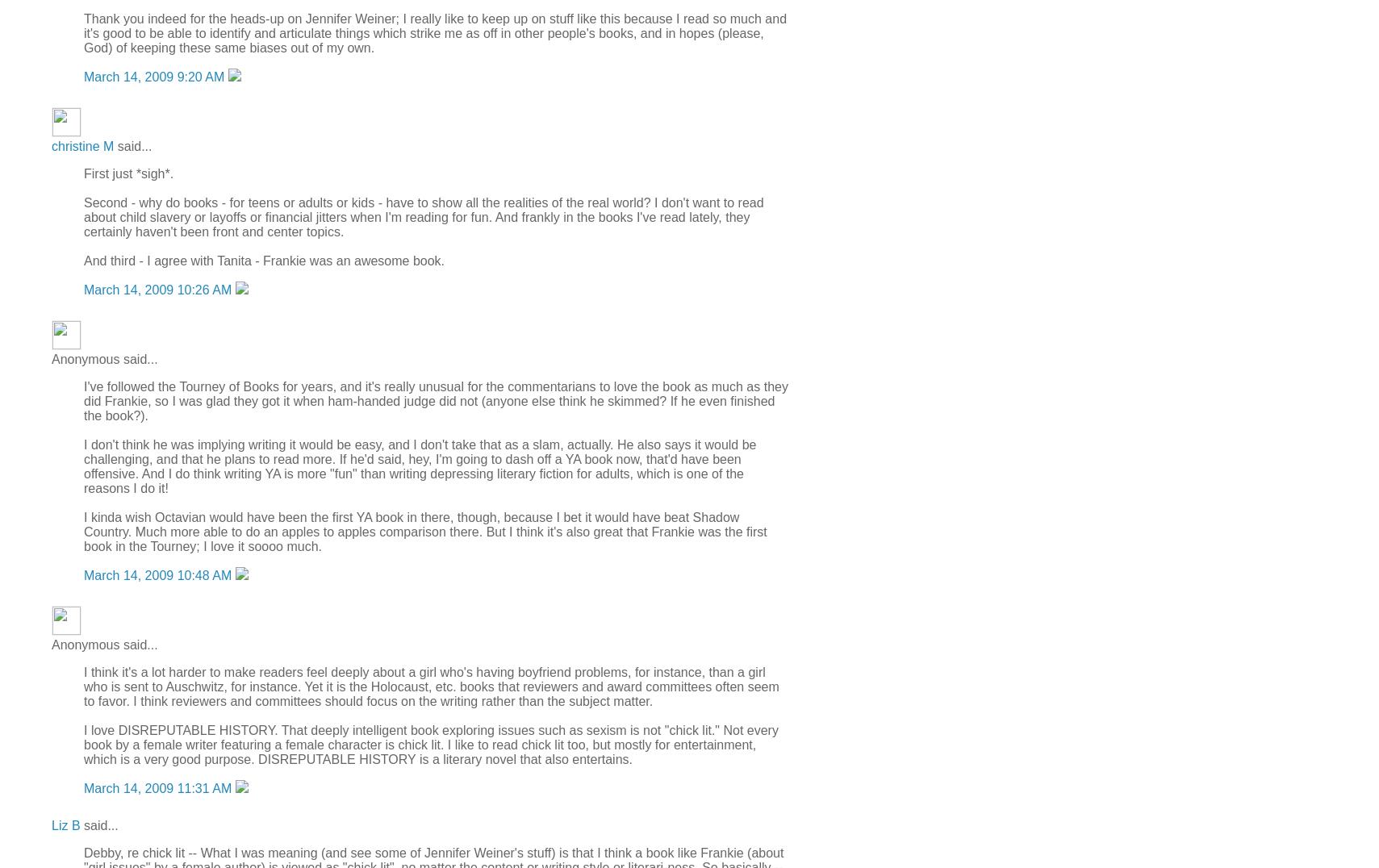  I want to click on 'March 14, 2009 11:31 AM', so click(158, 788).